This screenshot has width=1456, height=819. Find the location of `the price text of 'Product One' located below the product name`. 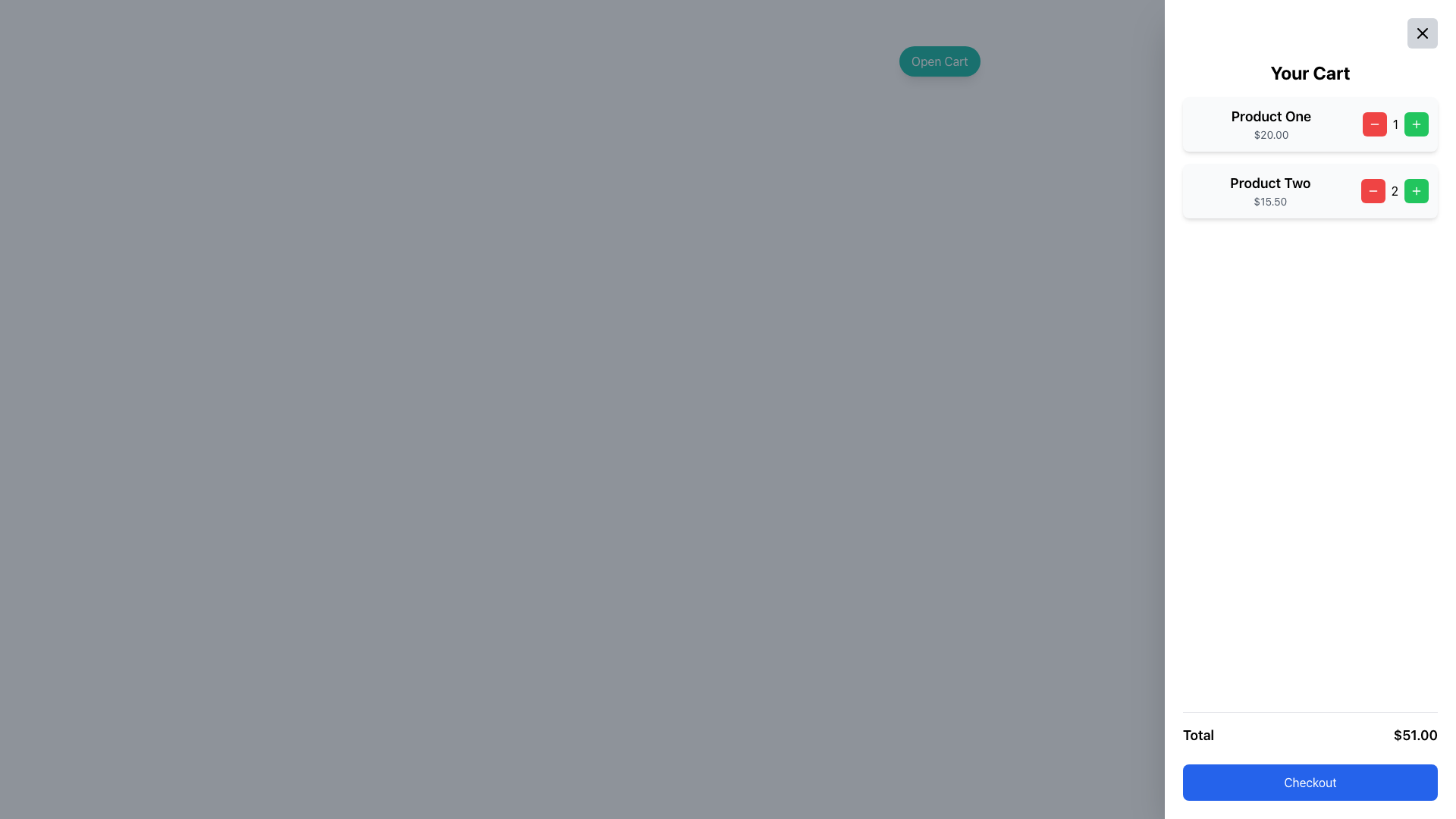

the price text of 'Product One' located below the product name is located at coordinates (1270, 133).